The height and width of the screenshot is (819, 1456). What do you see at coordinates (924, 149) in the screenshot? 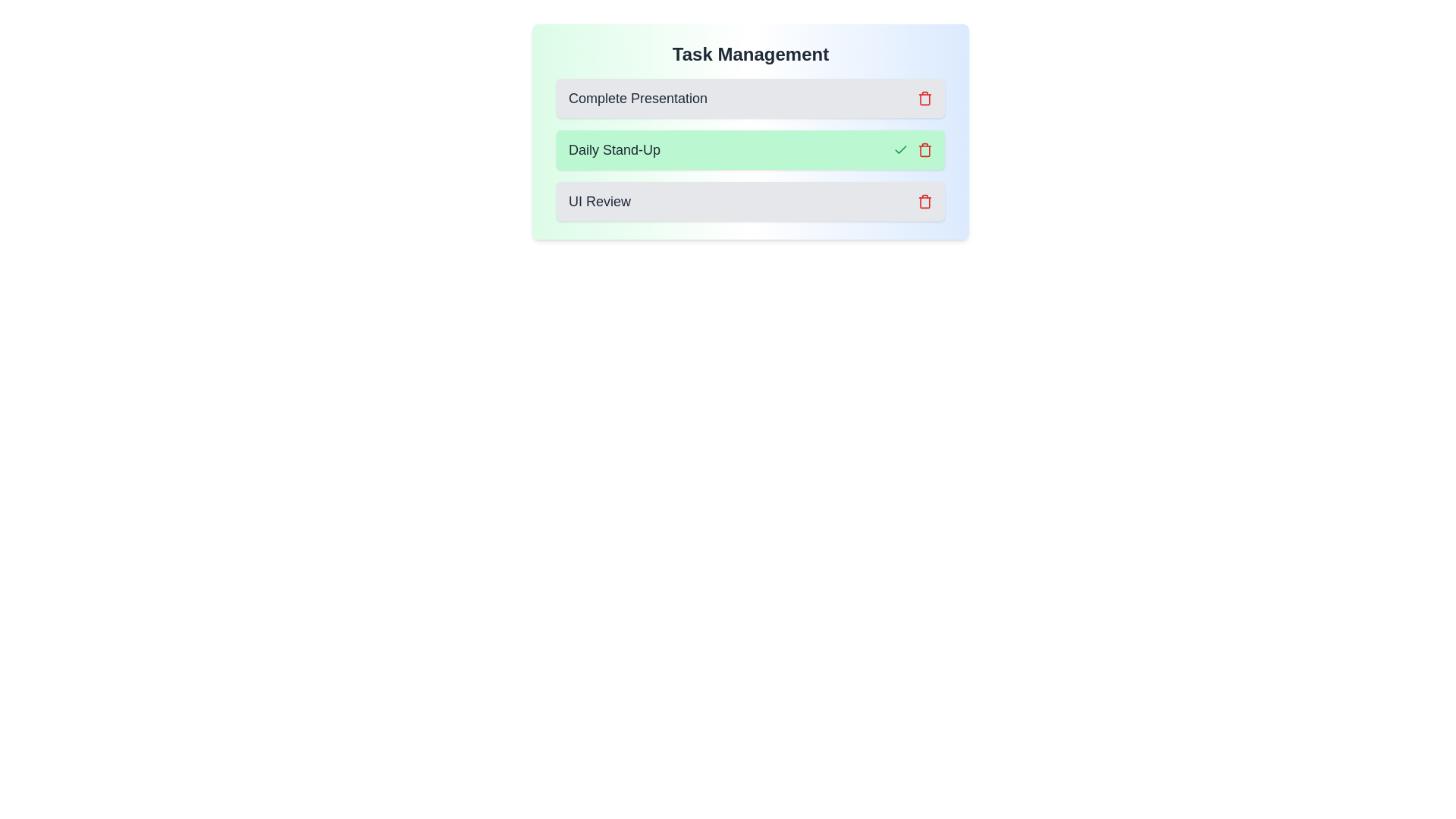
I see `trash icon for the task named Daily Stand-Up` at bounding box center [924, 149].